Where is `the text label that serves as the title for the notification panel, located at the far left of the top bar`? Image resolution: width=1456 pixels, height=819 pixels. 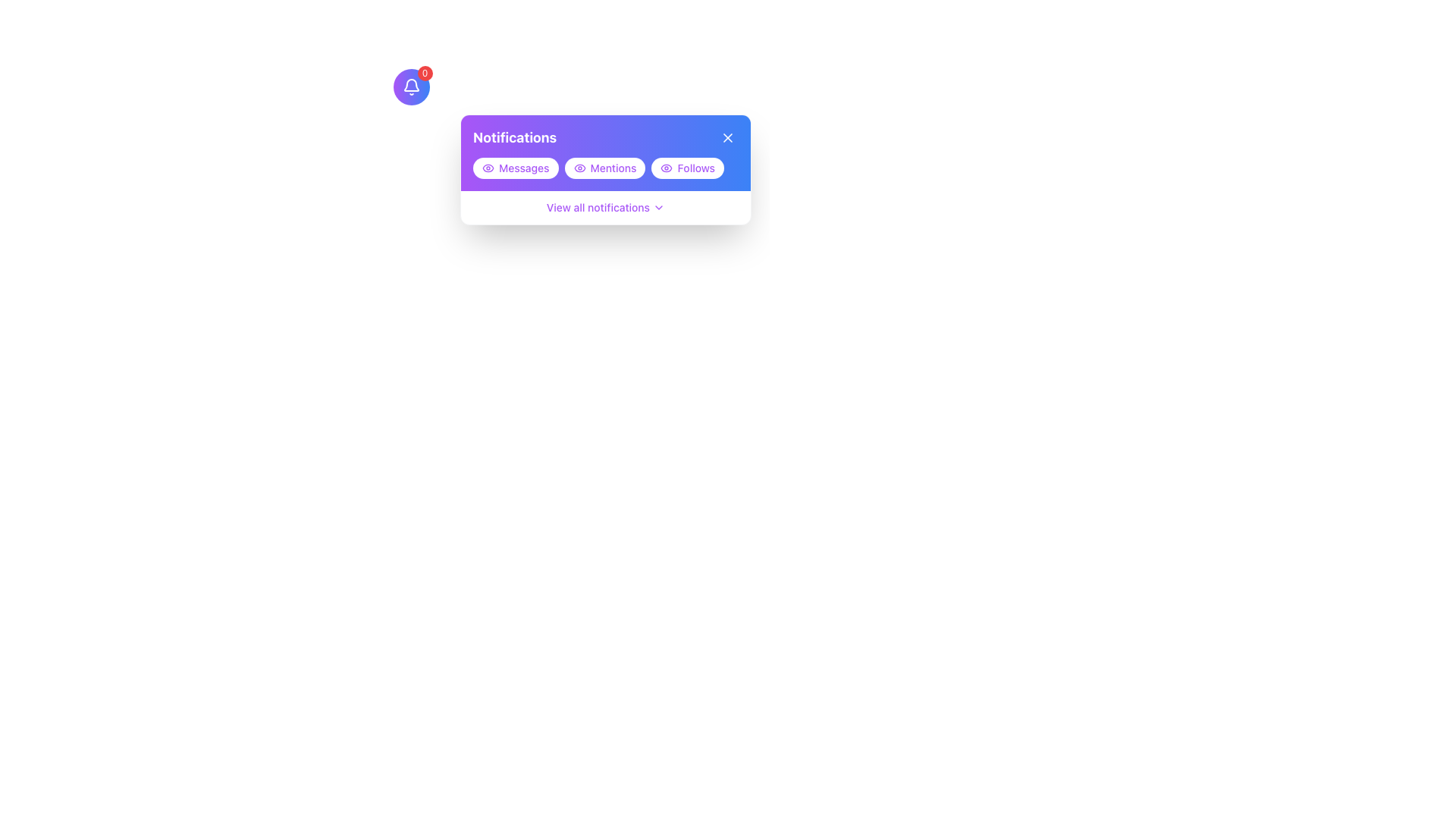
the text label that serves as the title for the notification panel, located at the far left of the top bar is located at coordinates (515, 137).